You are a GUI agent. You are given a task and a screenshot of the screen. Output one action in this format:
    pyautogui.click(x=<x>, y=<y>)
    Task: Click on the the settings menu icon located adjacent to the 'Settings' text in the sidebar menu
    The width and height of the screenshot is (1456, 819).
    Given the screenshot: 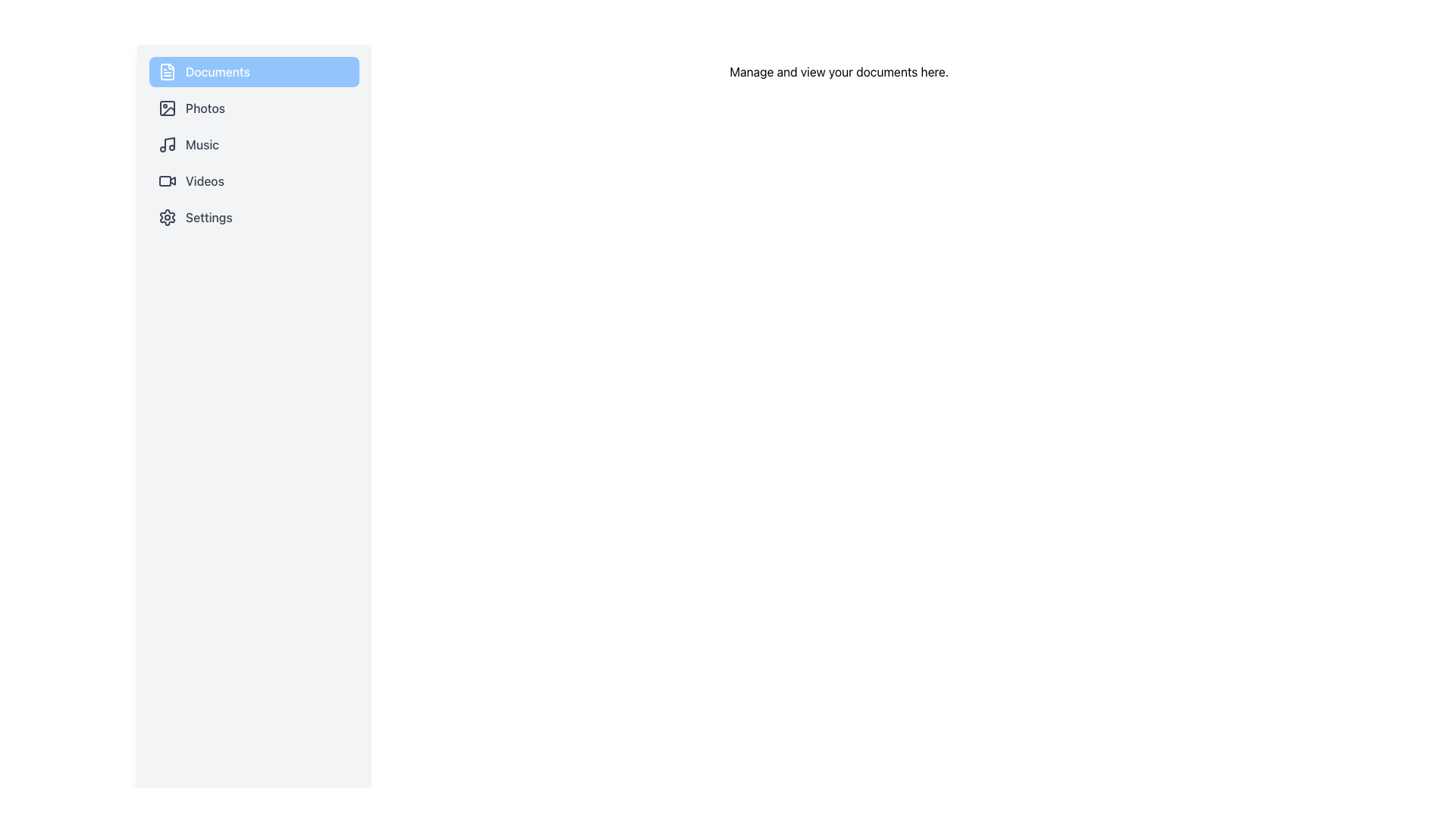 What is the action you would take?
    pyautogui.click(x=167, y=217)
    